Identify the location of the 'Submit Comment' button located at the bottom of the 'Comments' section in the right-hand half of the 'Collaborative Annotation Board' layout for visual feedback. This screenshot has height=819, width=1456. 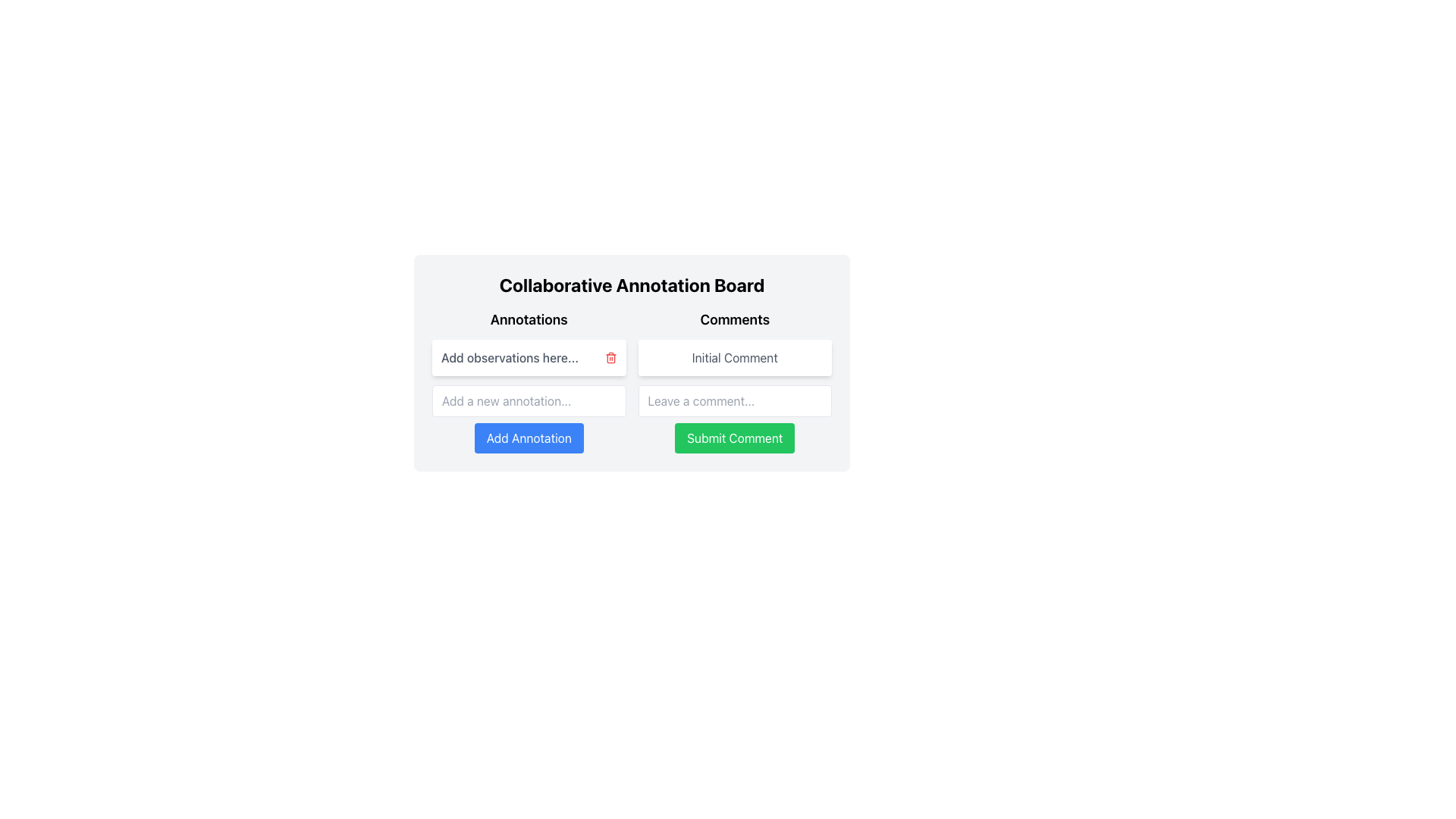
(735, 380).